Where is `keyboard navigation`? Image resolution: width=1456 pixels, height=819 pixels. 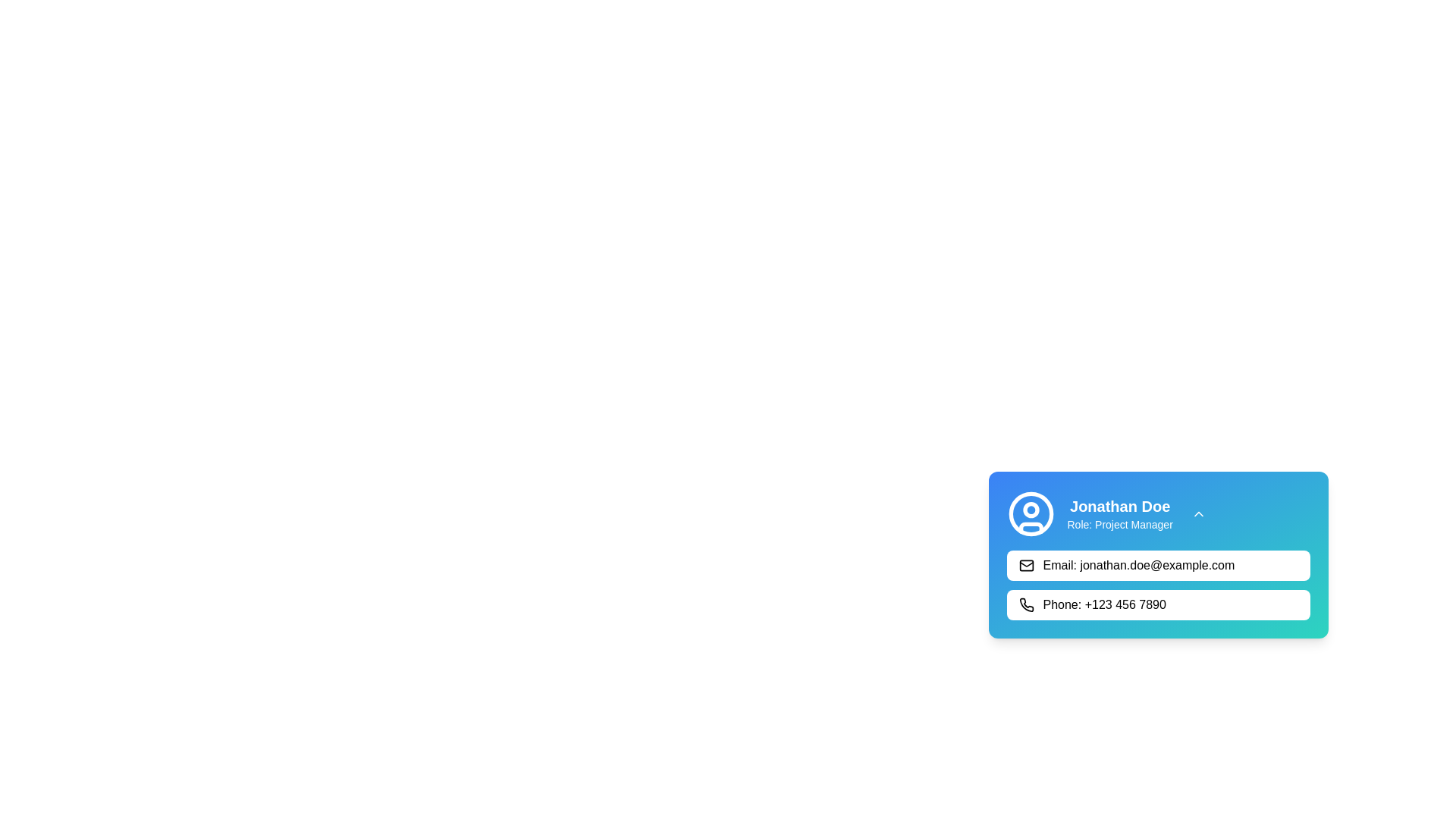
keyboard navigation is located at coordinates (1197, 513).